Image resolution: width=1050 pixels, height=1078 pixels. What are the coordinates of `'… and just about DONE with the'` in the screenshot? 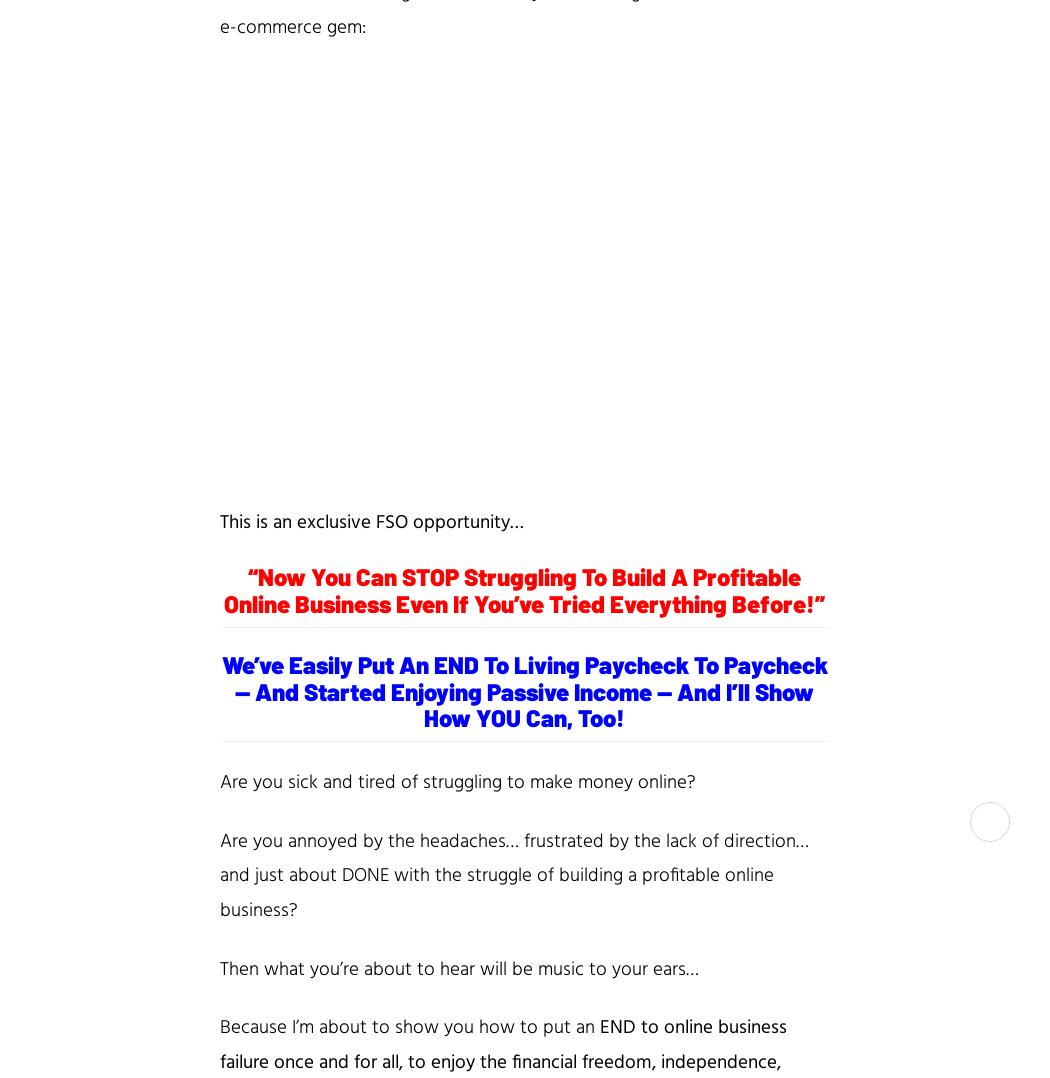 It's located at (513, 857).